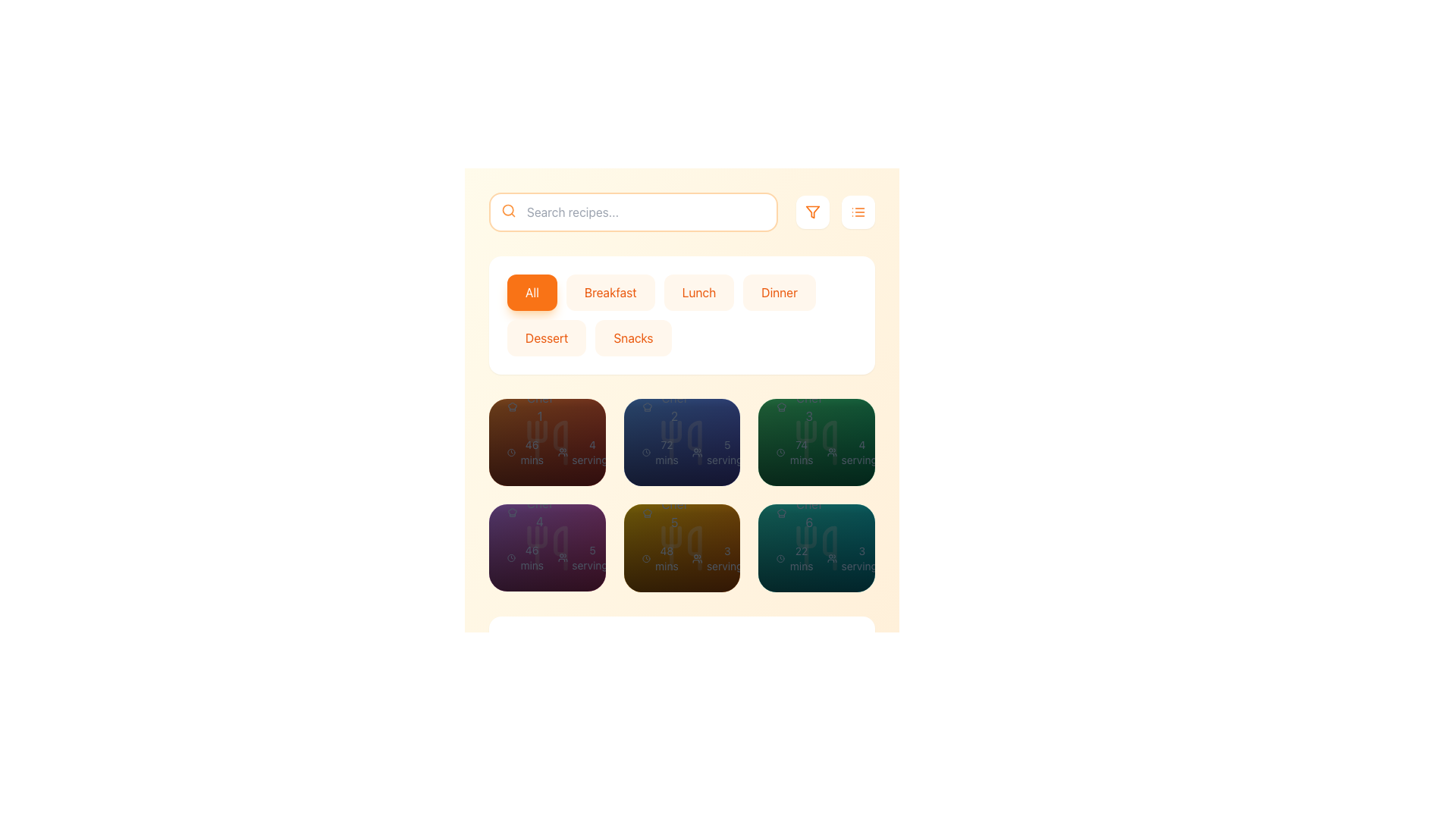  Describe the element at coordinates (858, 212) in the screenshot. I see `the navigation button located in the upper-right corner of the navigation bar` at that location.